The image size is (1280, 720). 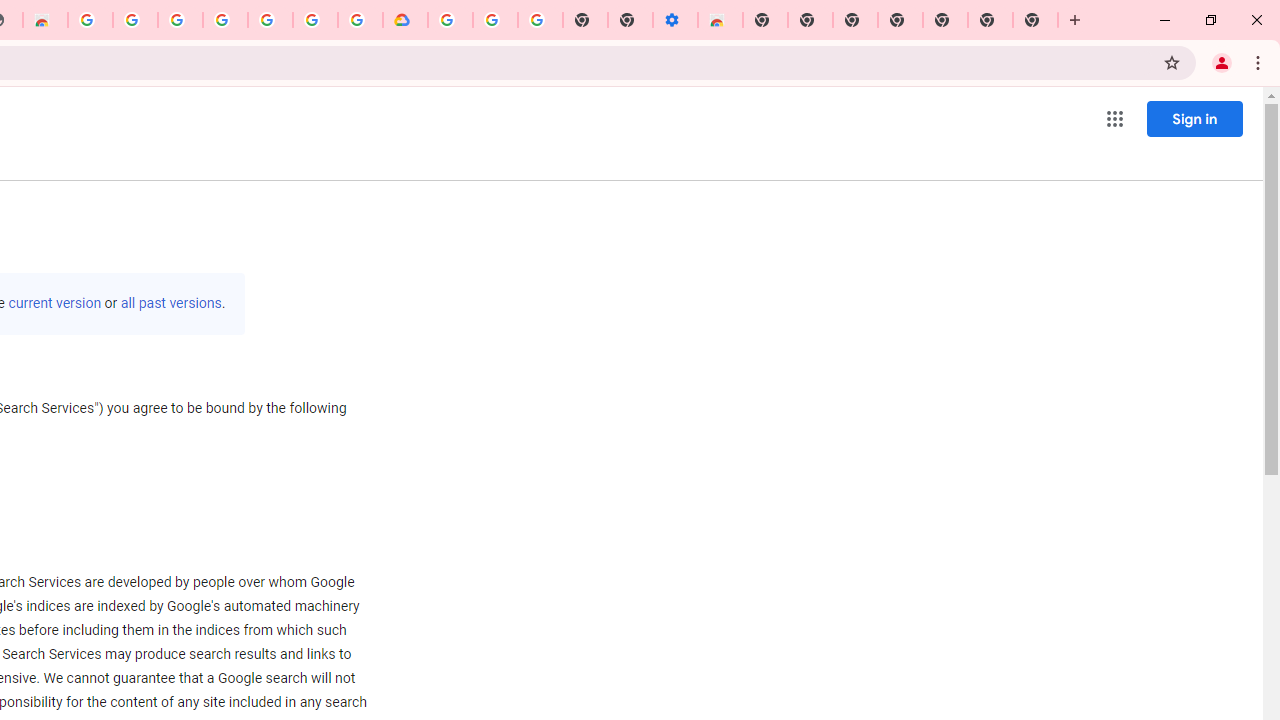 What do you see at coordinates (45, 20) in the screenshot?
I see `'Chrome Web Store - Household'` at bounding box center [45, 20].